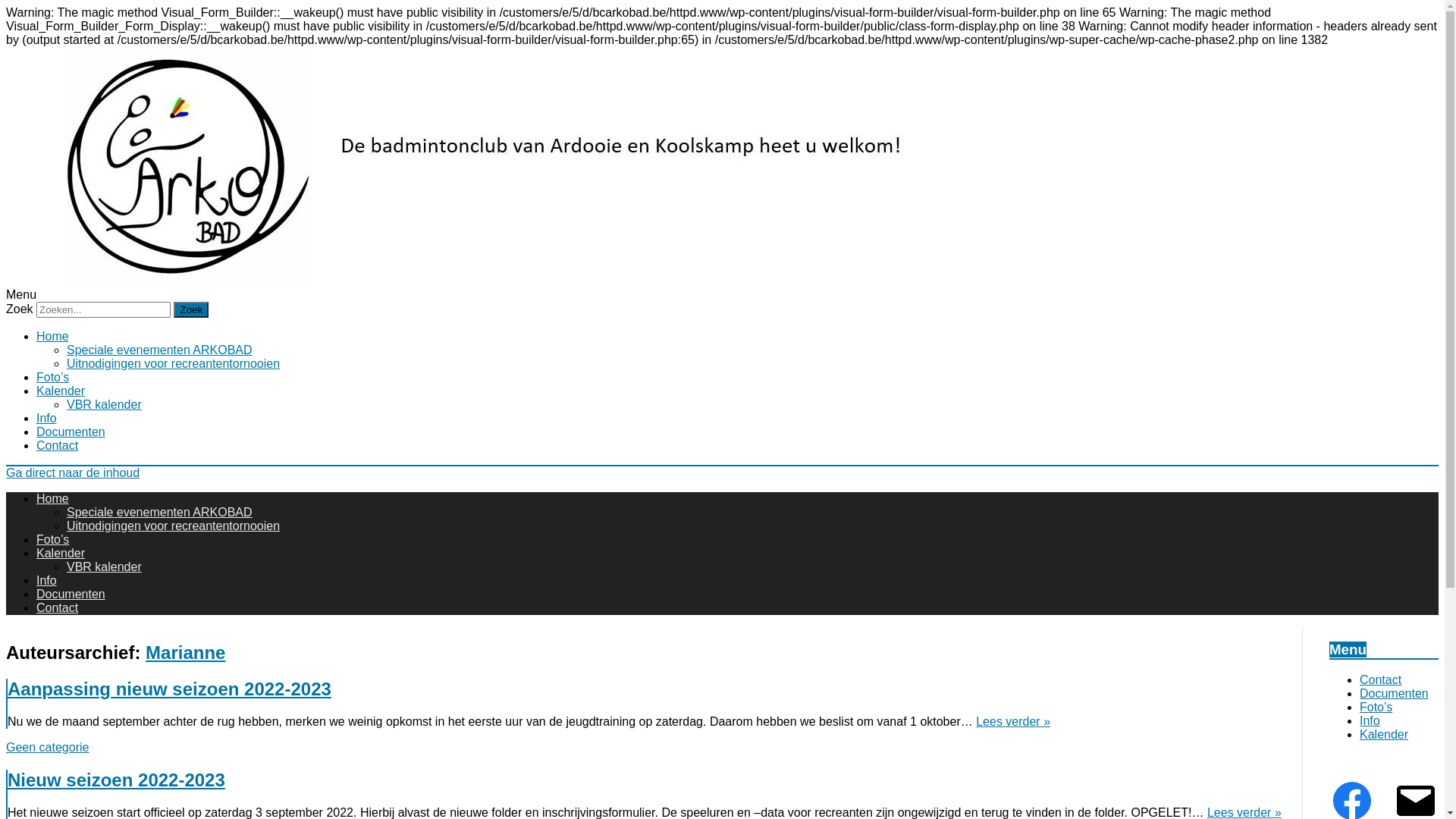  I want to click on 'Home', so click(52, 335).